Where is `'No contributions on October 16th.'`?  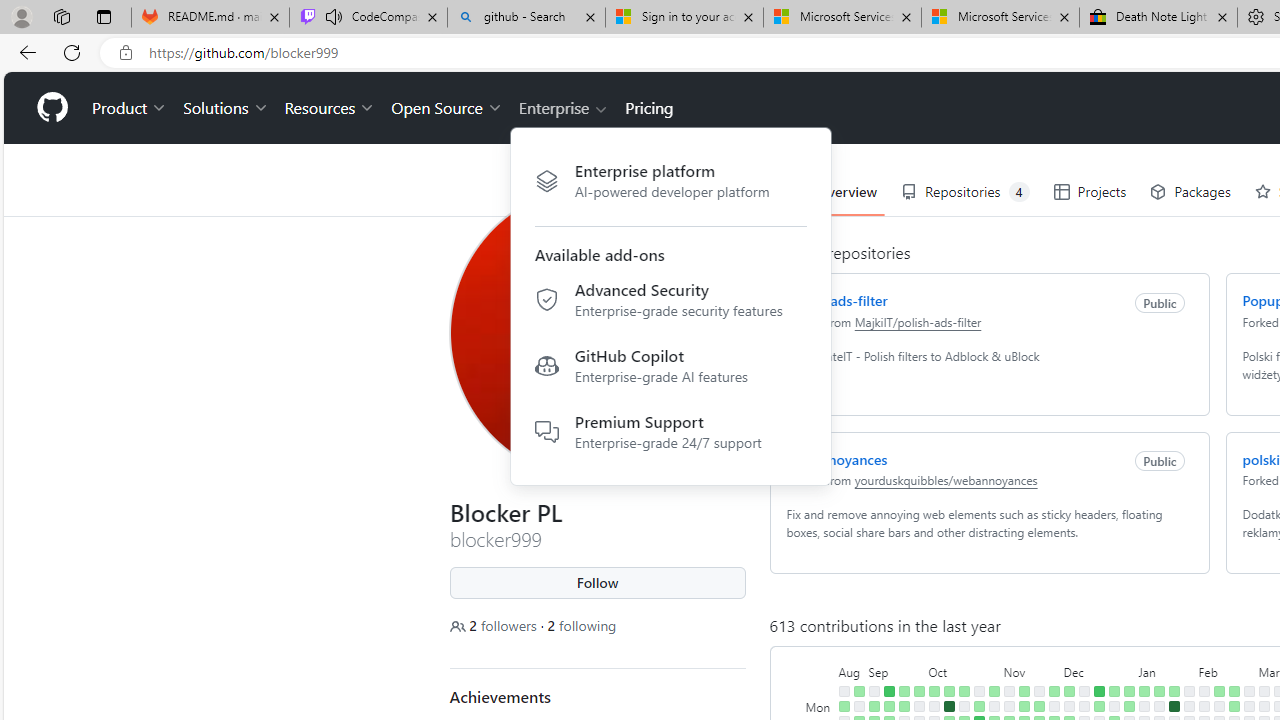
'No contributions on October 16th.' is located at coordinates (963, 705).